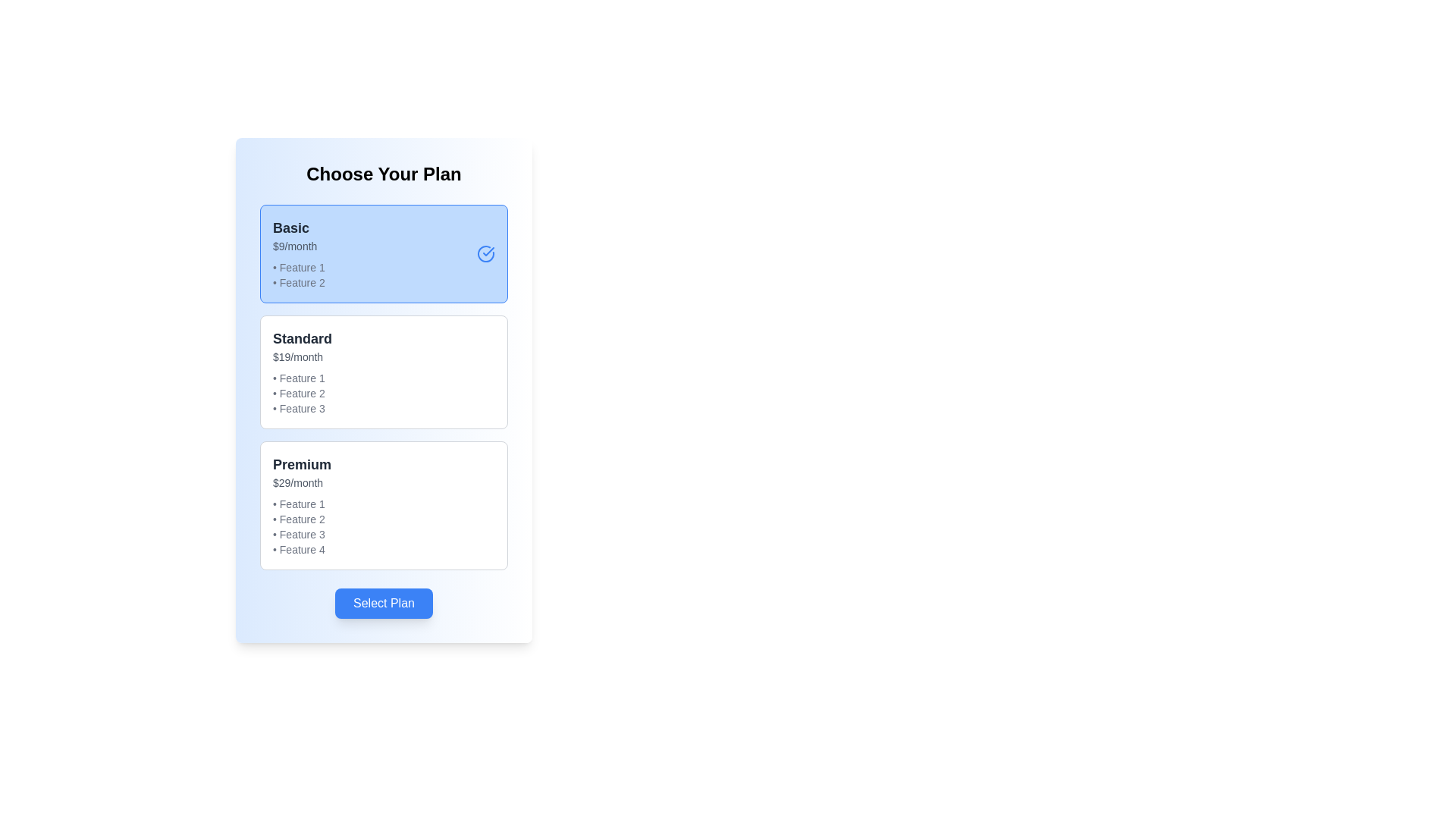  What do you see at coordinates (302, 482) in the screenshot?
I see `the text label displaying the monthly cost of the 'Premium' plan in the subscription selection interface` at bounding box center [302, 482].